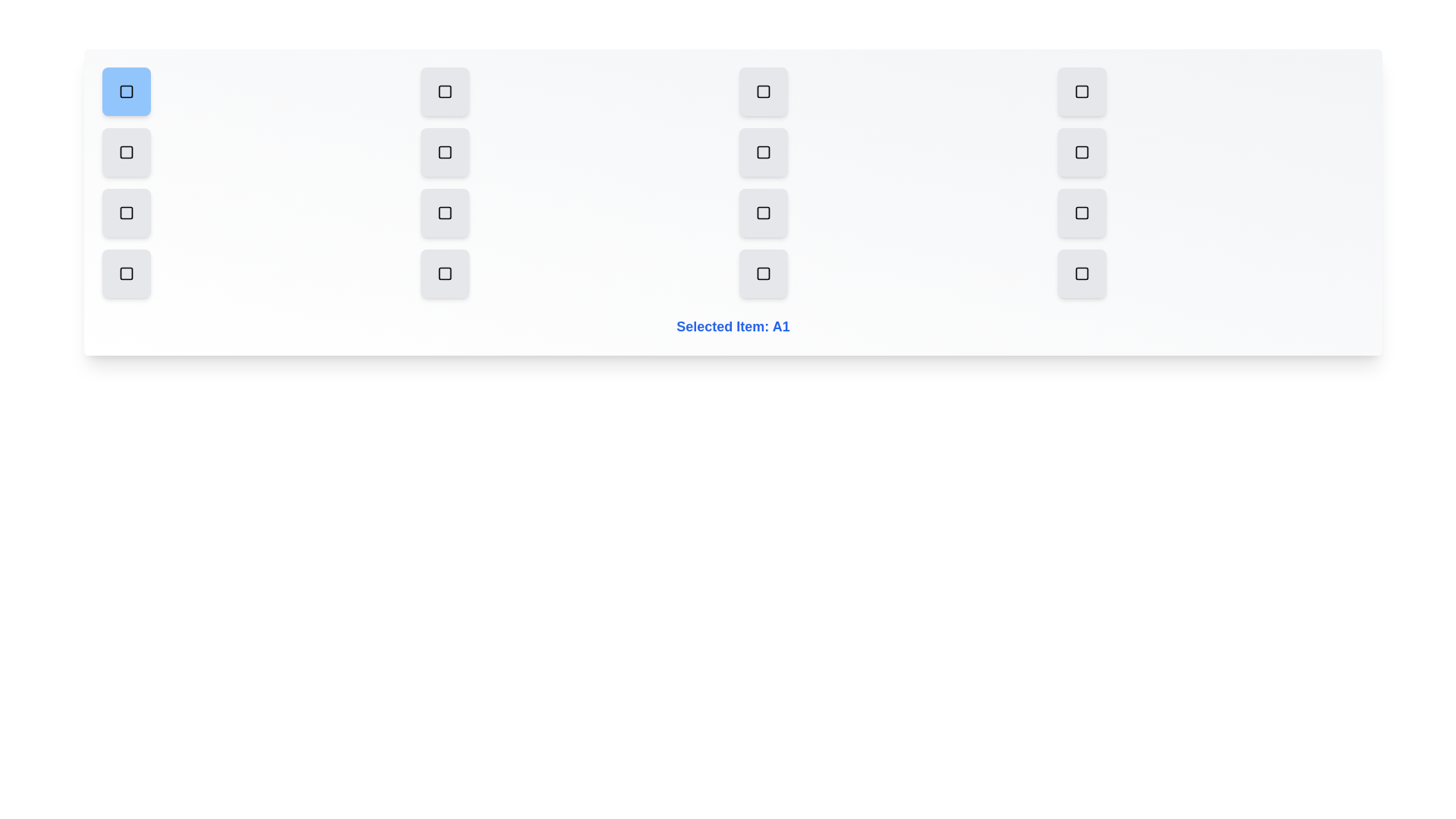 The height and width of the screenshot is (819, 1456). Describe the element at coordinates (127, 91) in the screenshot. I see `the grid item A1 to select it` at that location.